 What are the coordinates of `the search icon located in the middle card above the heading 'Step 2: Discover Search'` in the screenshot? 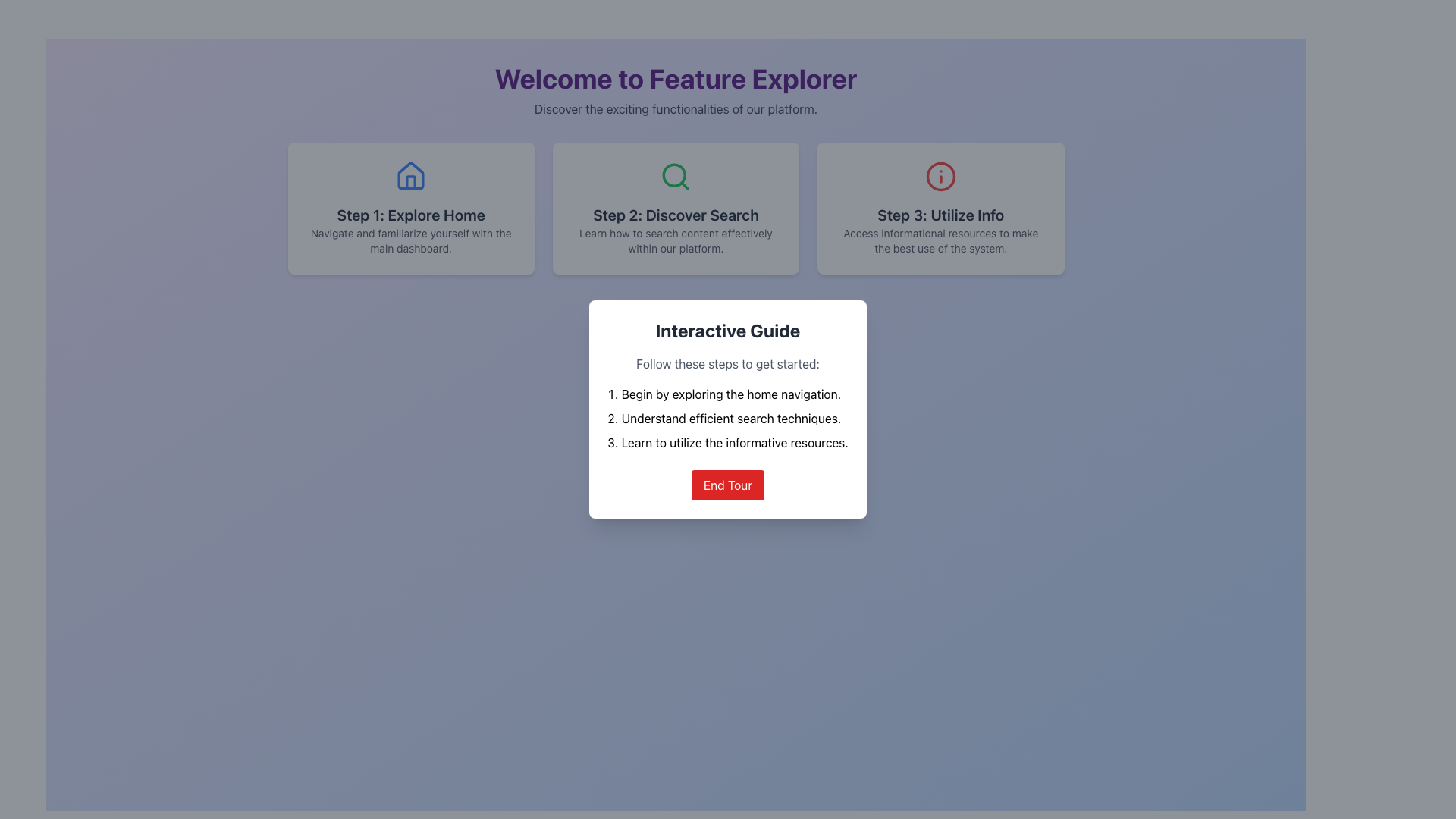 It's located at (675, 175).